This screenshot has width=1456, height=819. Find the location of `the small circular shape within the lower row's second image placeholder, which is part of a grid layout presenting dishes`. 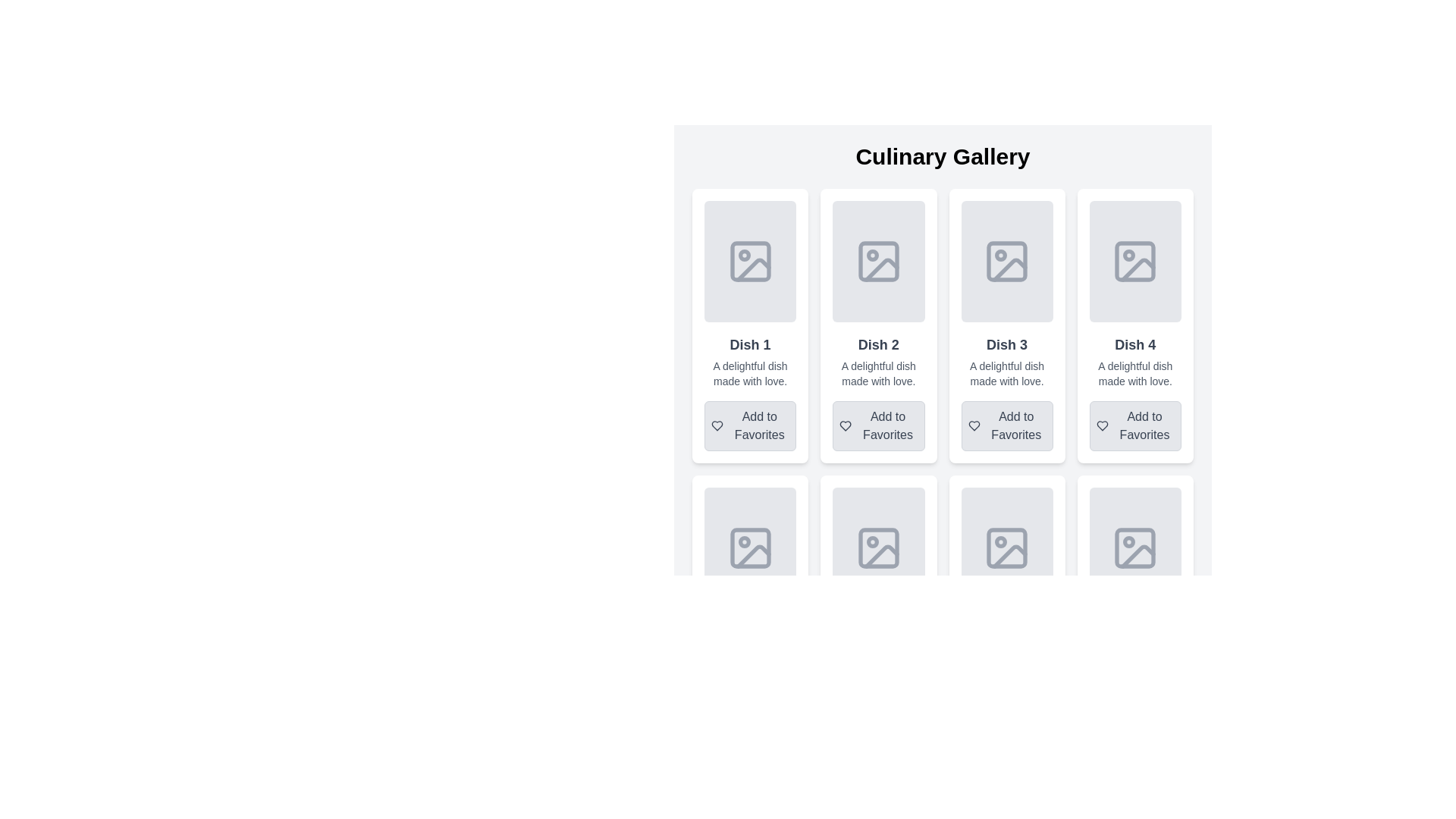

the small circular shape within the lower row's second image placeholder, which is part of a grid layout presenting dishes is located at coordinates (872, 541).